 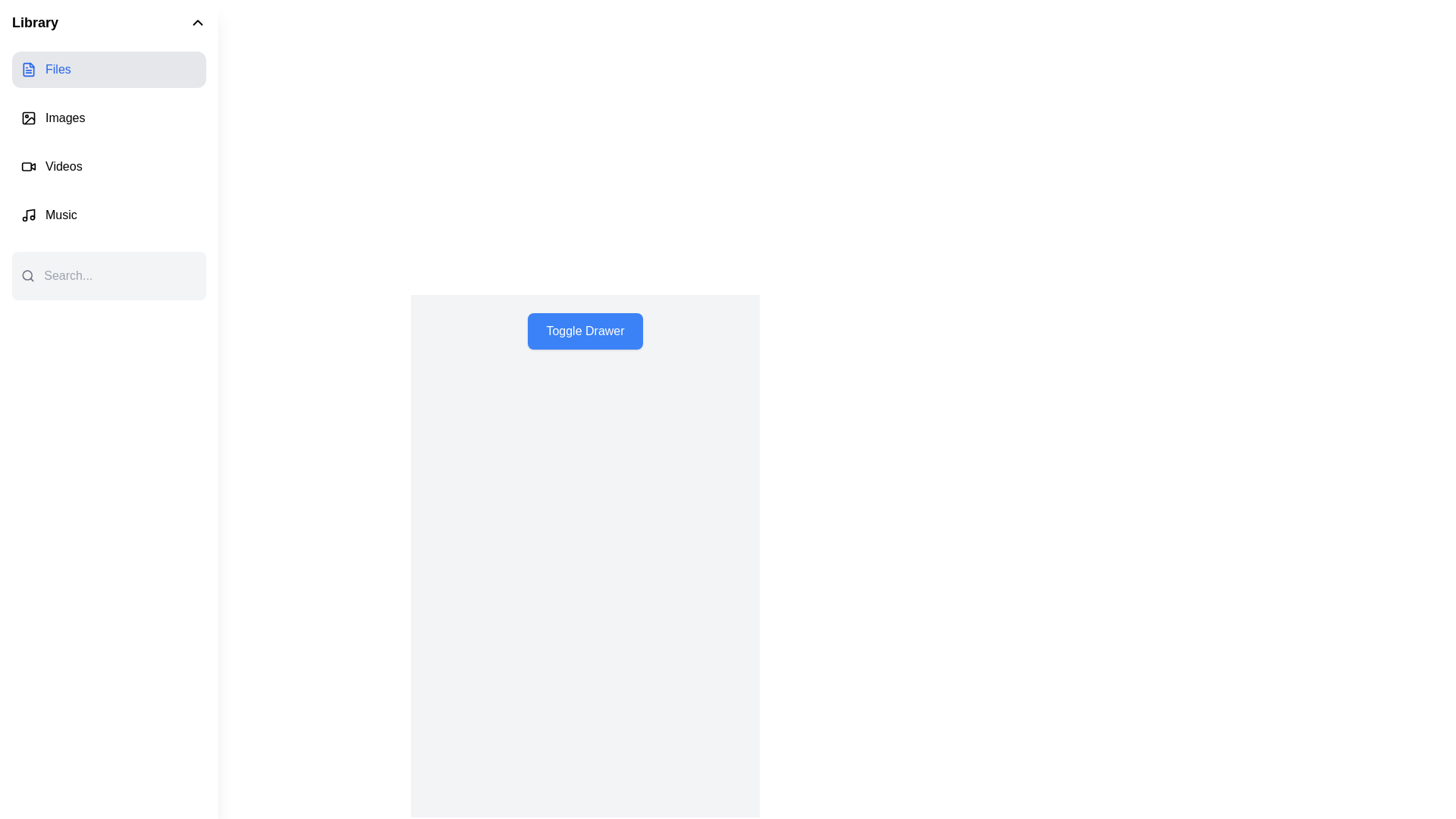 I want to click on the video camera icon located in the vertical menu on the left side of the interface, which is directly adjacent to the 'Videos' label, so click(x=29, y=166).